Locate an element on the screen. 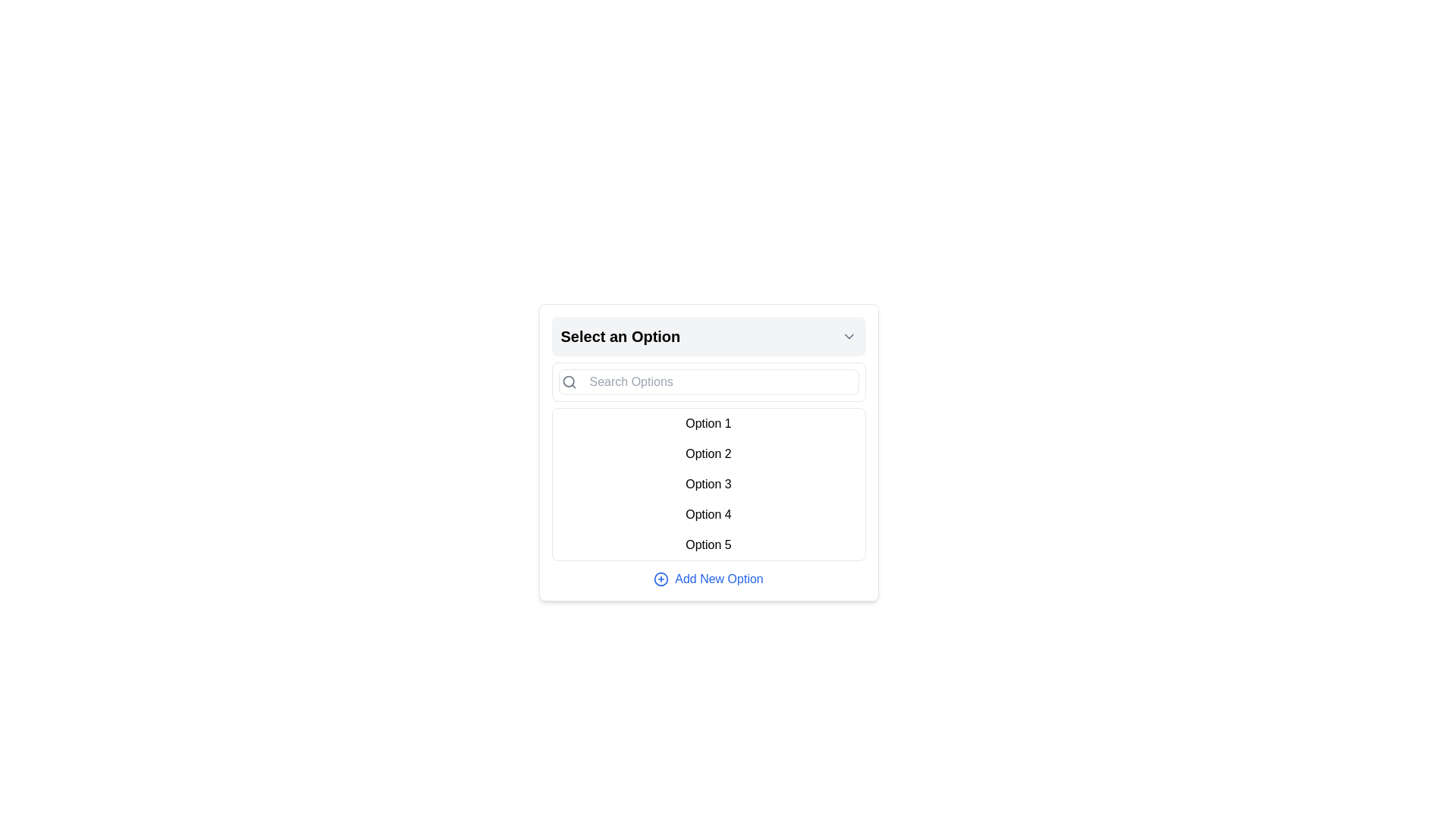 Image resolution: width=1456 pixels, height=819 pixels. the search icon located on the left side of the search input field to initiate the search functionality is located at coordinates (568, 381).